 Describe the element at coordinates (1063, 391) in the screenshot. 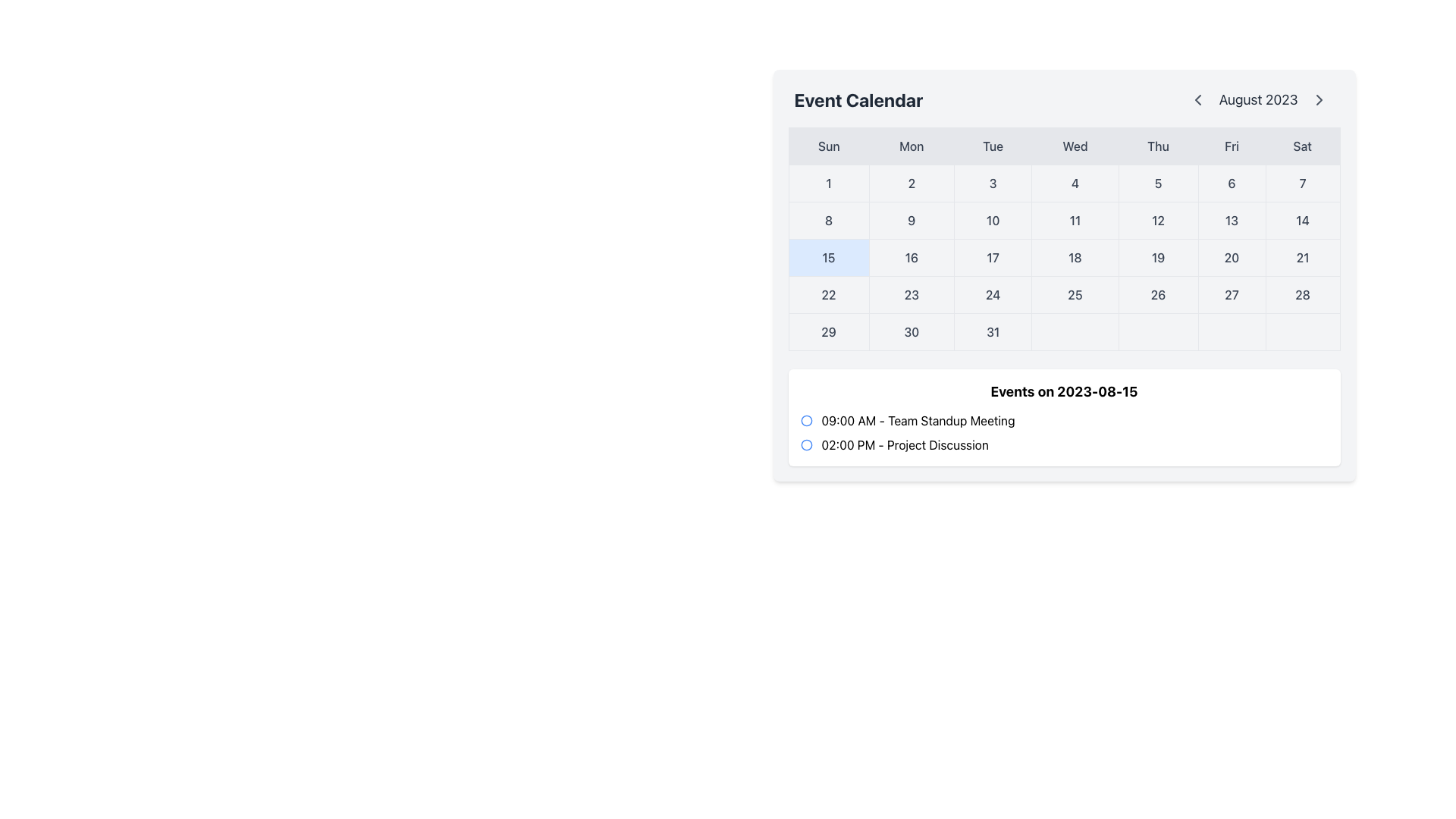

I see `the header text that reads 'Events on 2023-08-15', which is bold and larger than the surrounding text, located within a white panel beneath the calendar interface` at that location.